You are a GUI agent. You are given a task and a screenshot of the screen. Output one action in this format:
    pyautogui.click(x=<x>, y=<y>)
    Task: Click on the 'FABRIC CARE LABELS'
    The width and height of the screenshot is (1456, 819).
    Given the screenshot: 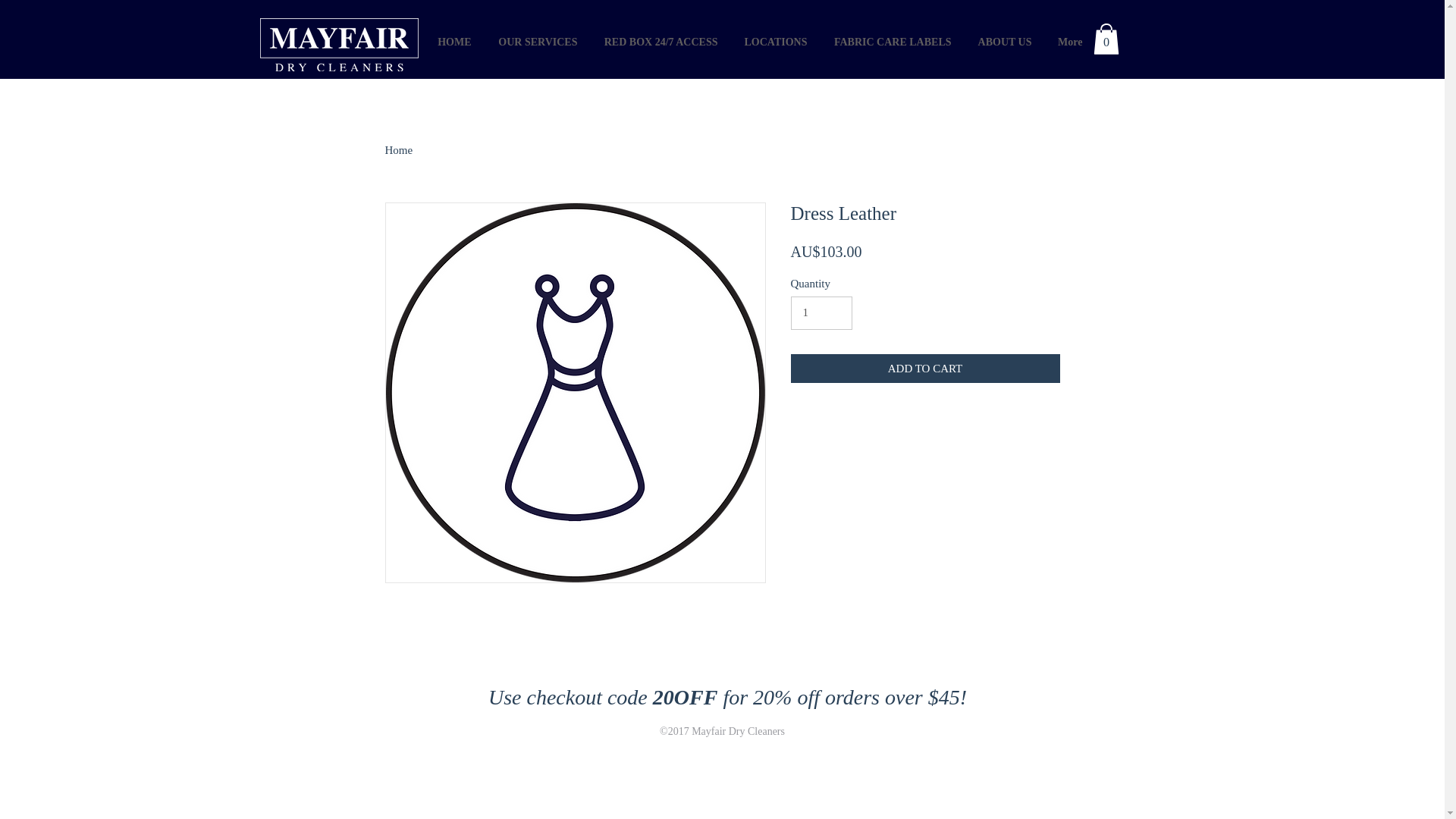 What is the action you would take?
    pyautogui.click(x=891, y=41)
    